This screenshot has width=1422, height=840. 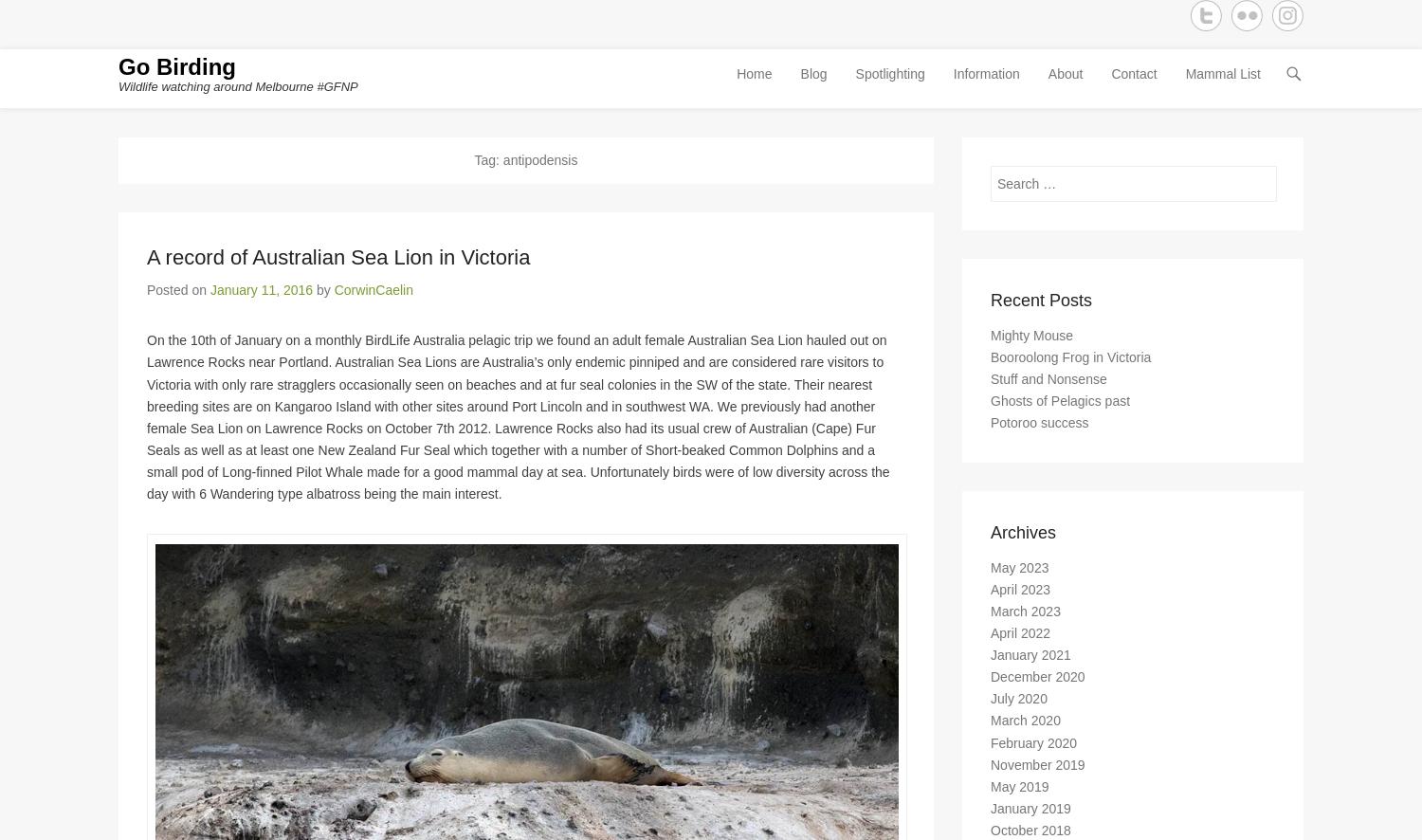 What do you see at coordinates (1030, 661) in the screenshot?
I see `'January 2021'` at bounding box center [1030, 661].